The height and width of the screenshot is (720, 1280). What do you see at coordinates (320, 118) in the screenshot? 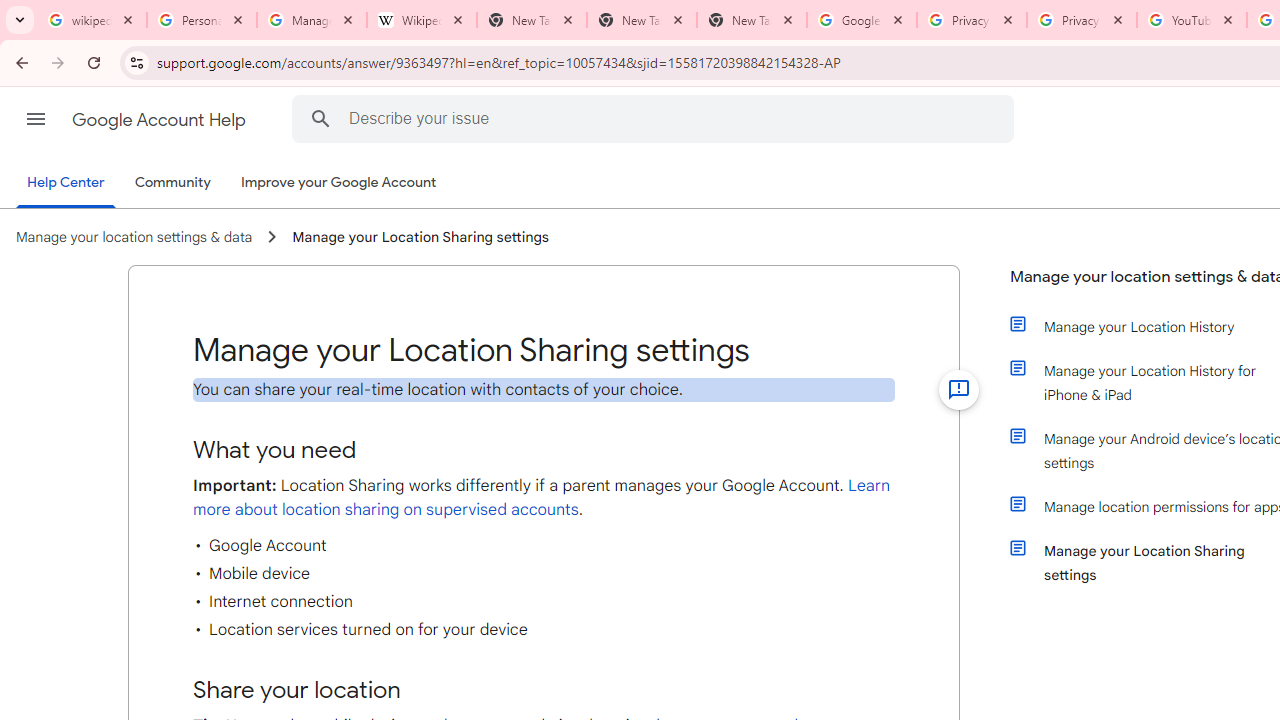
I see `'Search Help Center'` at bounding box center [320, 118].